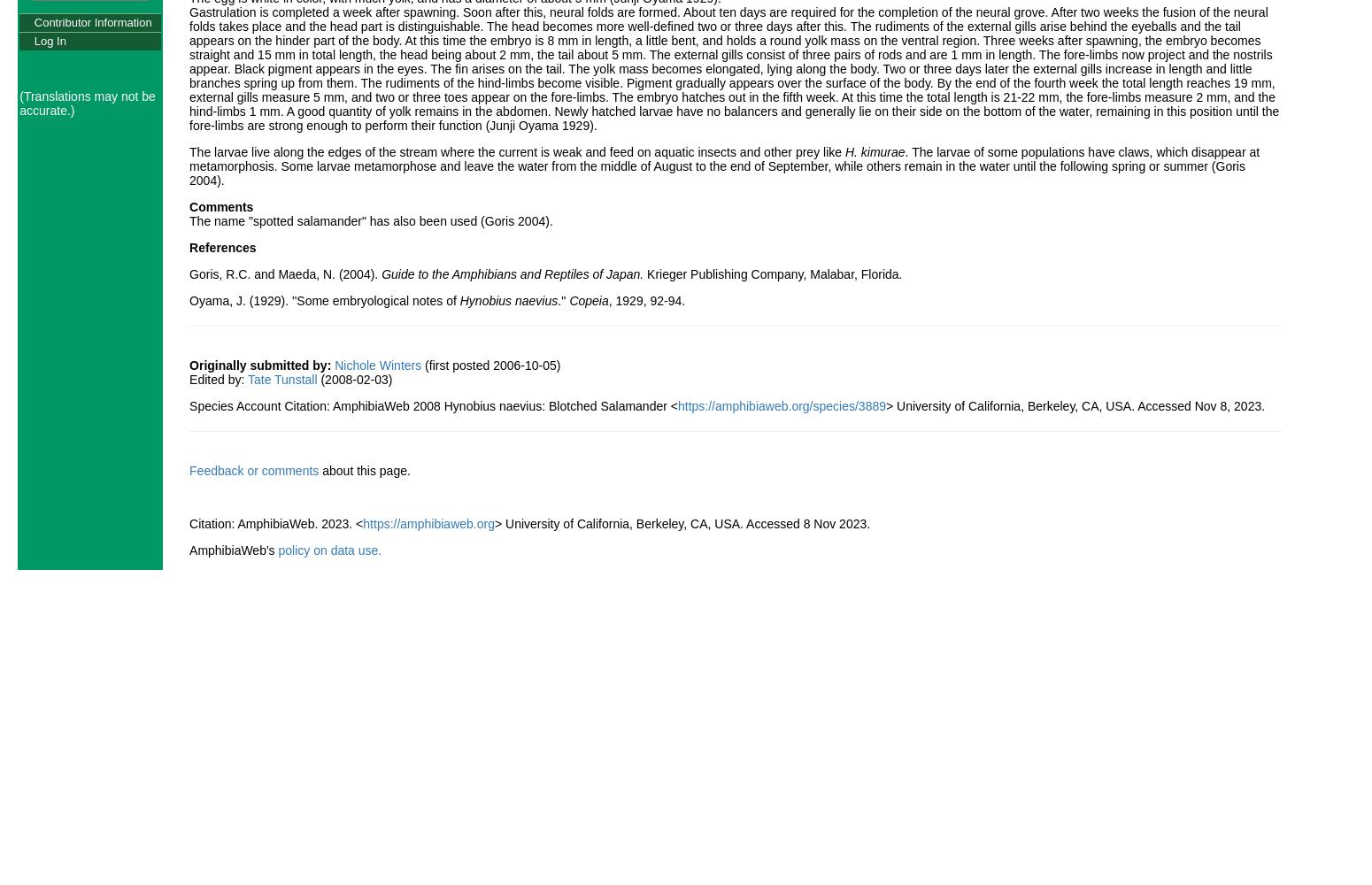 This screenshot has width=1372, height=885. Describe the element at coordinates (316, 379) in the screenshot. I see `'(2008-02-03)'` at that location.